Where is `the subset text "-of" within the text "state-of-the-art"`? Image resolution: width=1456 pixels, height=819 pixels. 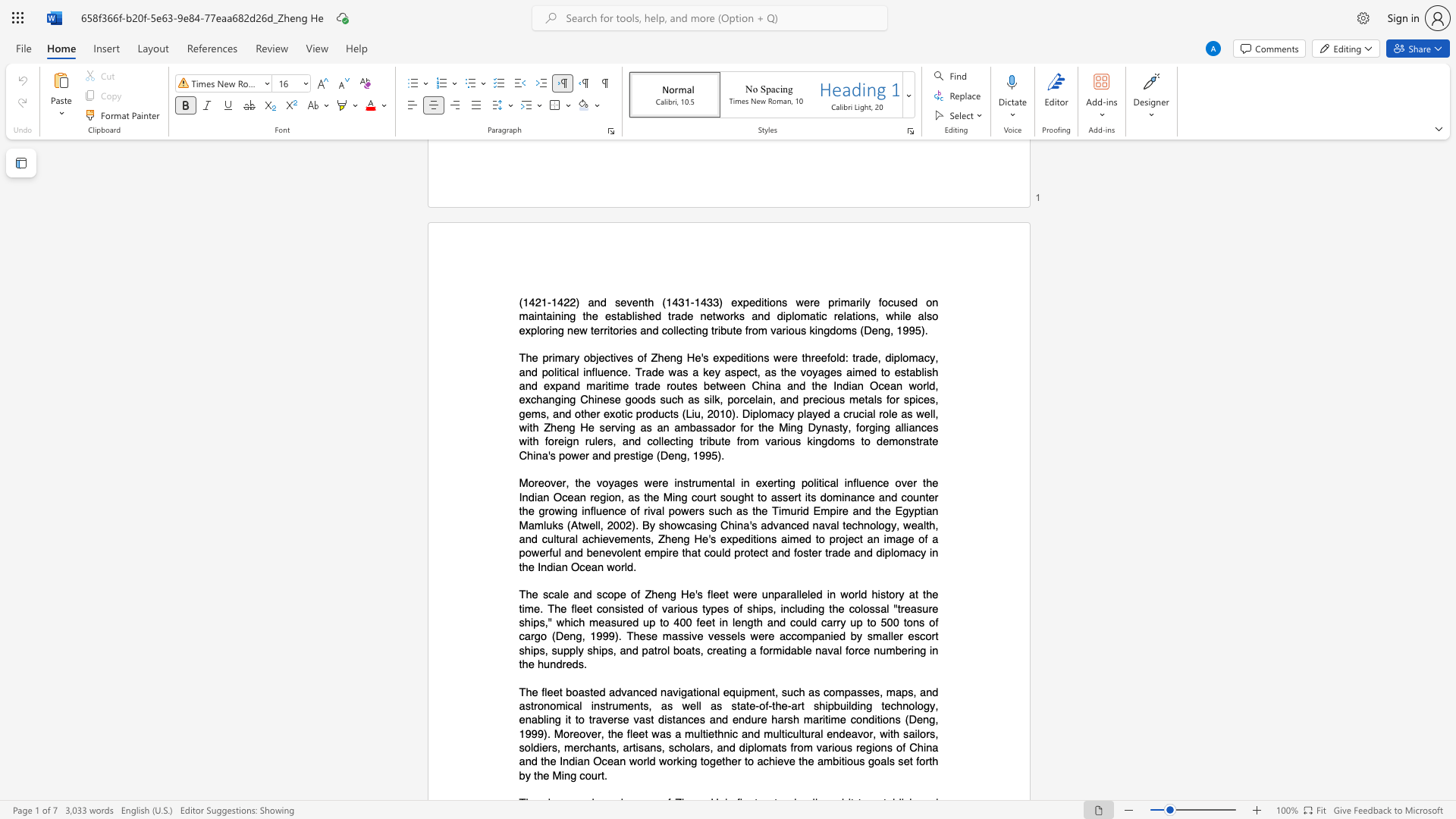 the subset text "-of" within the text "state-of-the-art" is located at coordinates (755, 705).